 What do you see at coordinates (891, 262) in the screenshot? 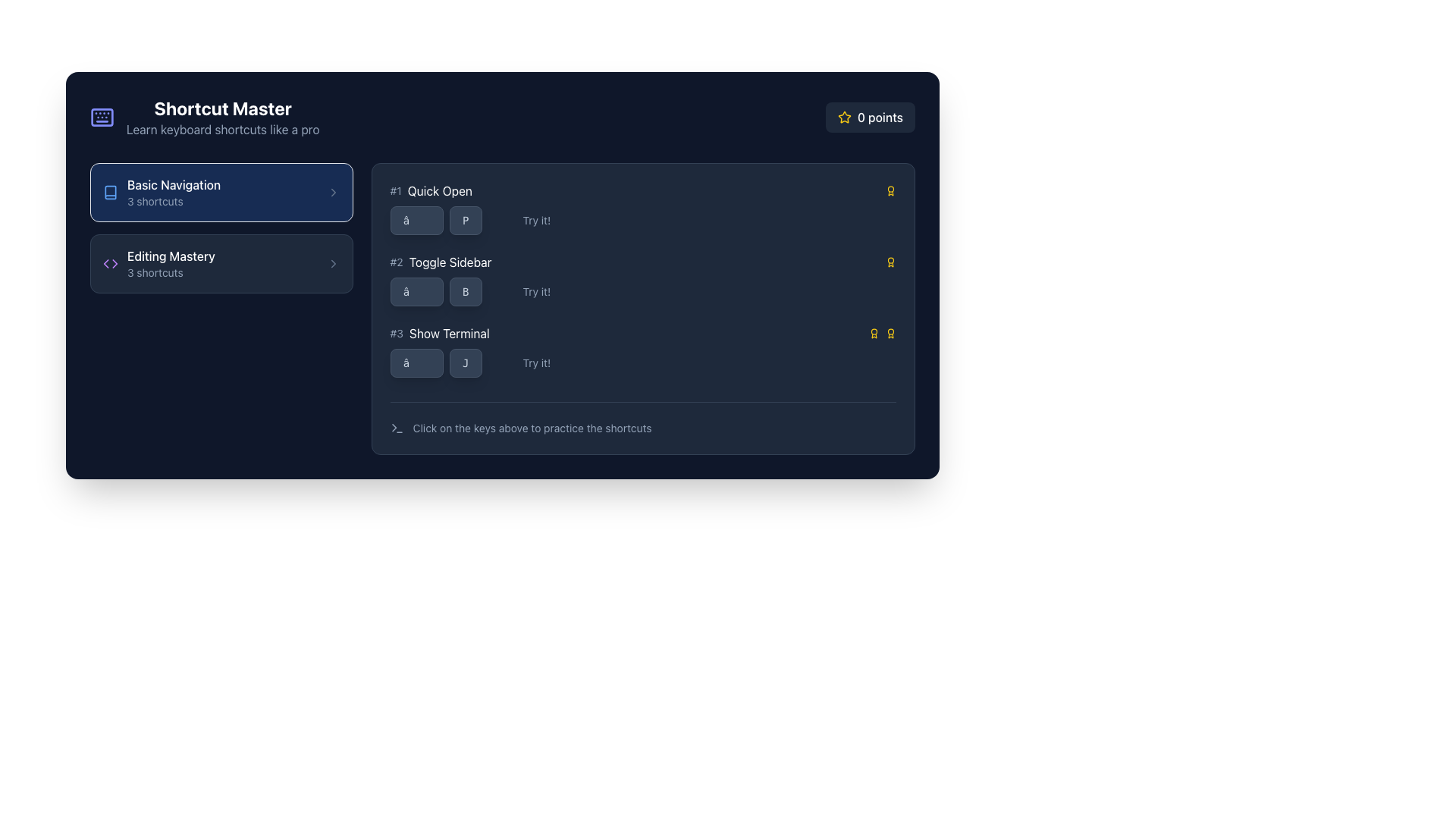
I see `the standalone icon at the far right end of the '#2 Toggle Sidebar' section, which serves as a visual indicator for achievements or status` at bounding box center [891, 262].